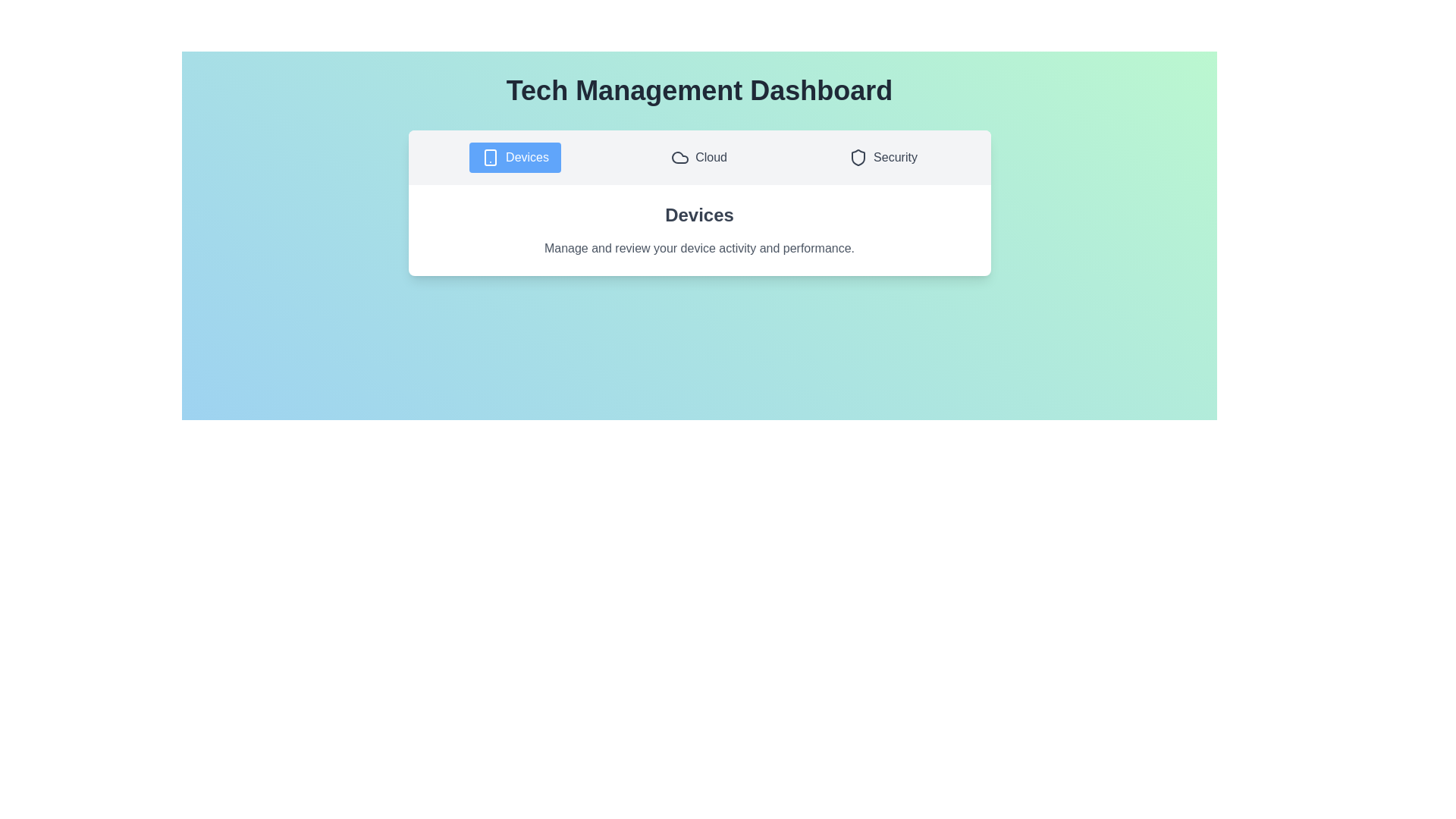  What do you see at coordinates (883, 158) in the screenshot?
I see `the tab labeled Security to observe its hover effect` at bounding box center [883, 158].